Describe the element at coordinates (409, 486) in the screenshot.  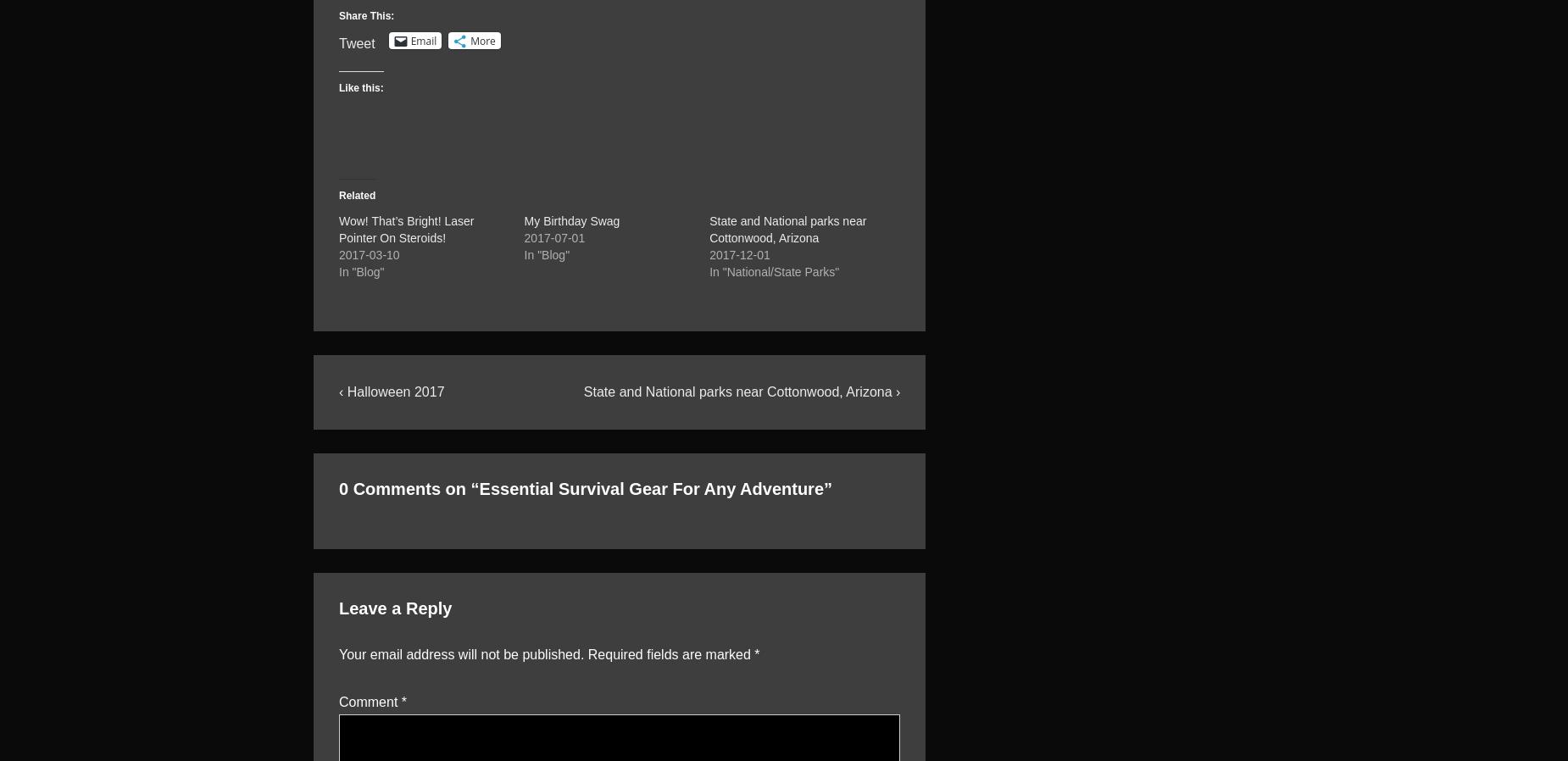
I see `'0 Comments on “'` at that location.